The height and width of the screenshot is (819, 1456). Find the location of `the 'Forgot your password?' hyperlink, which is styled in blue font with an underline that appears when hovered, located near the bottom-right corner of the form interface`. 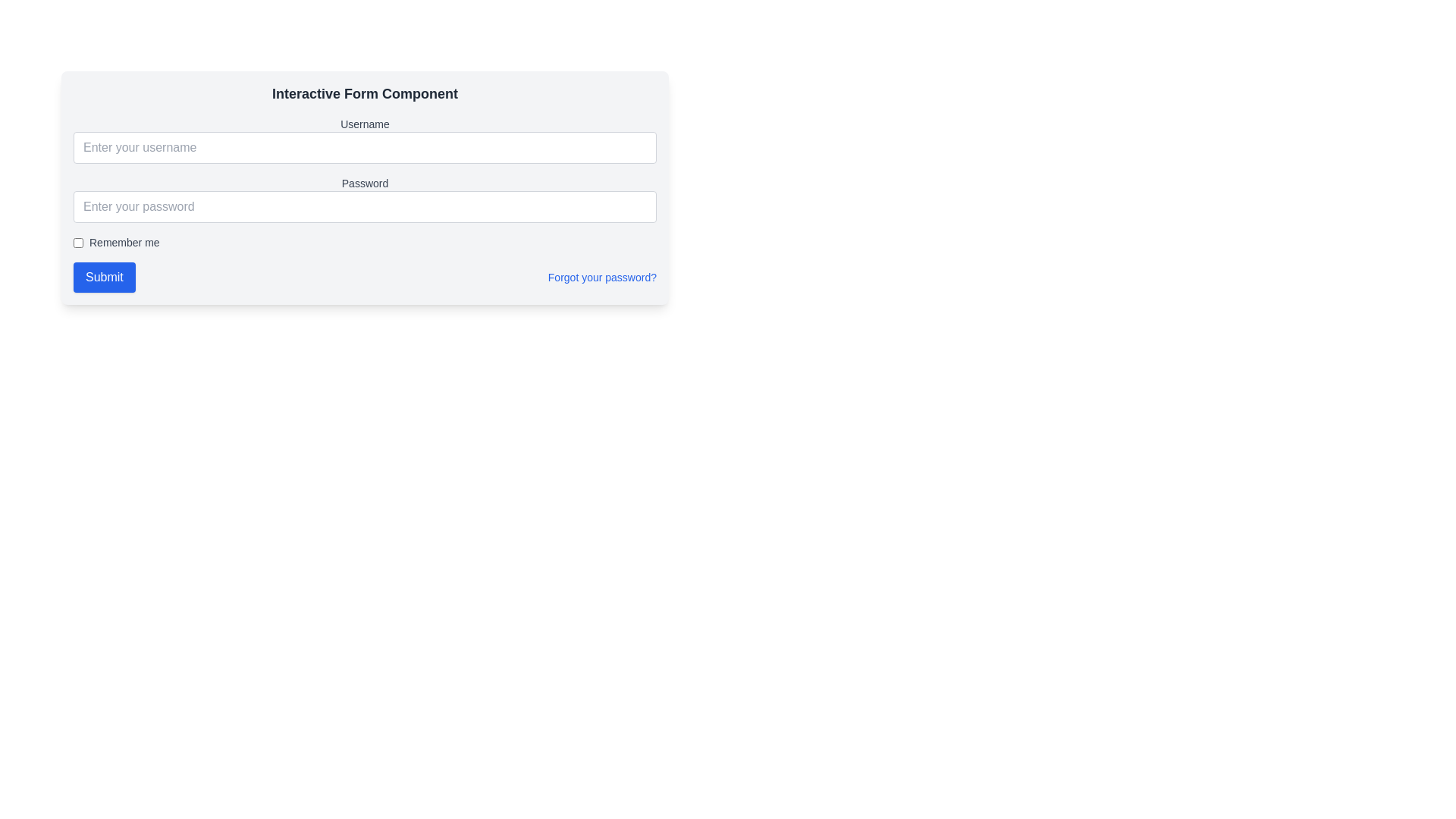

the 'Forgot your password?' hyperlink, which is styled in blue font with an underline that appears when hovered, located near the bottom-right corner of the form interface is located at coordinates (601, 278).